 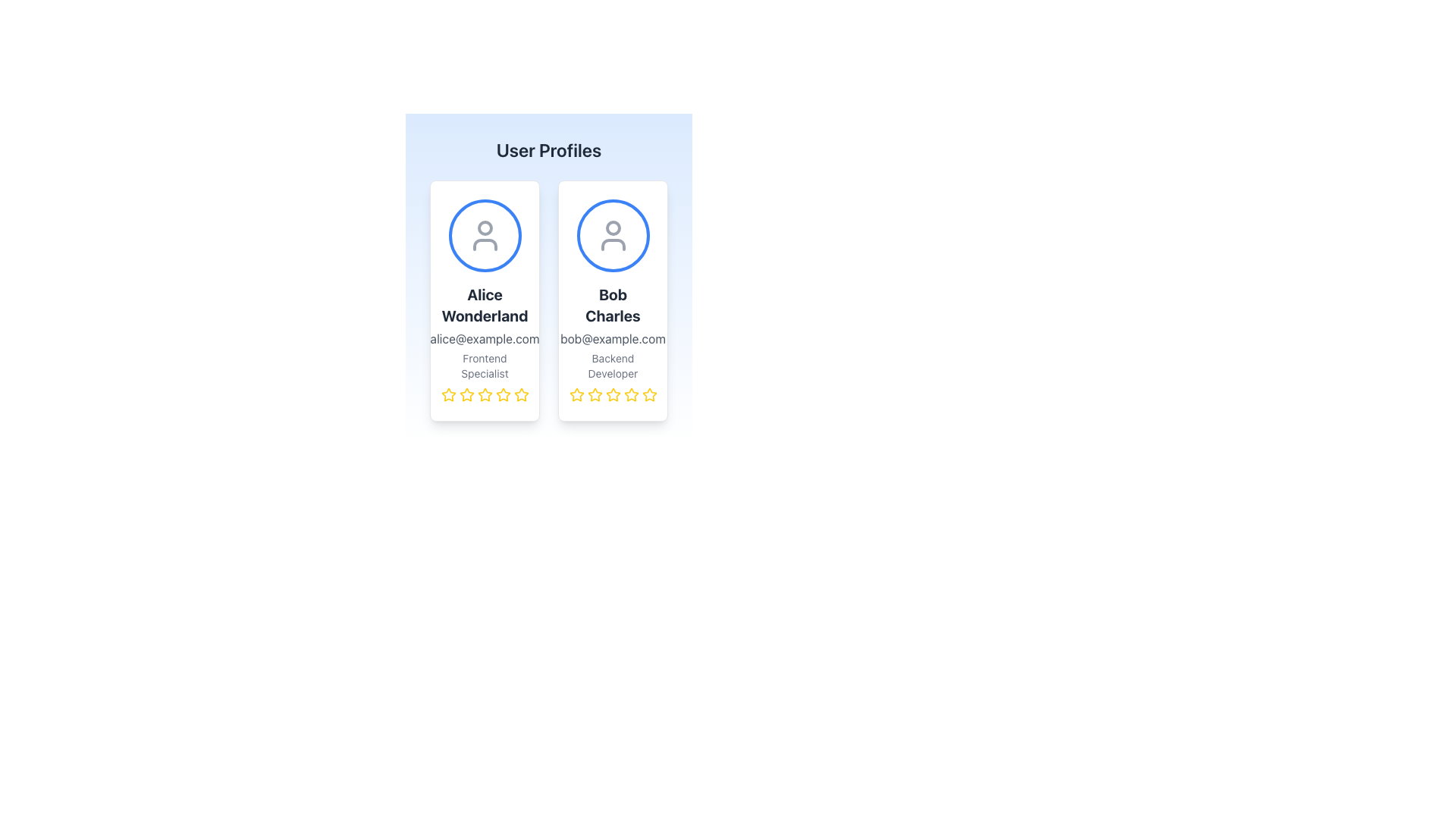 I want to click on the third yellow star icon in the rating system below the profile information for 'Alice Wonderland', so click(x=484, y=394).